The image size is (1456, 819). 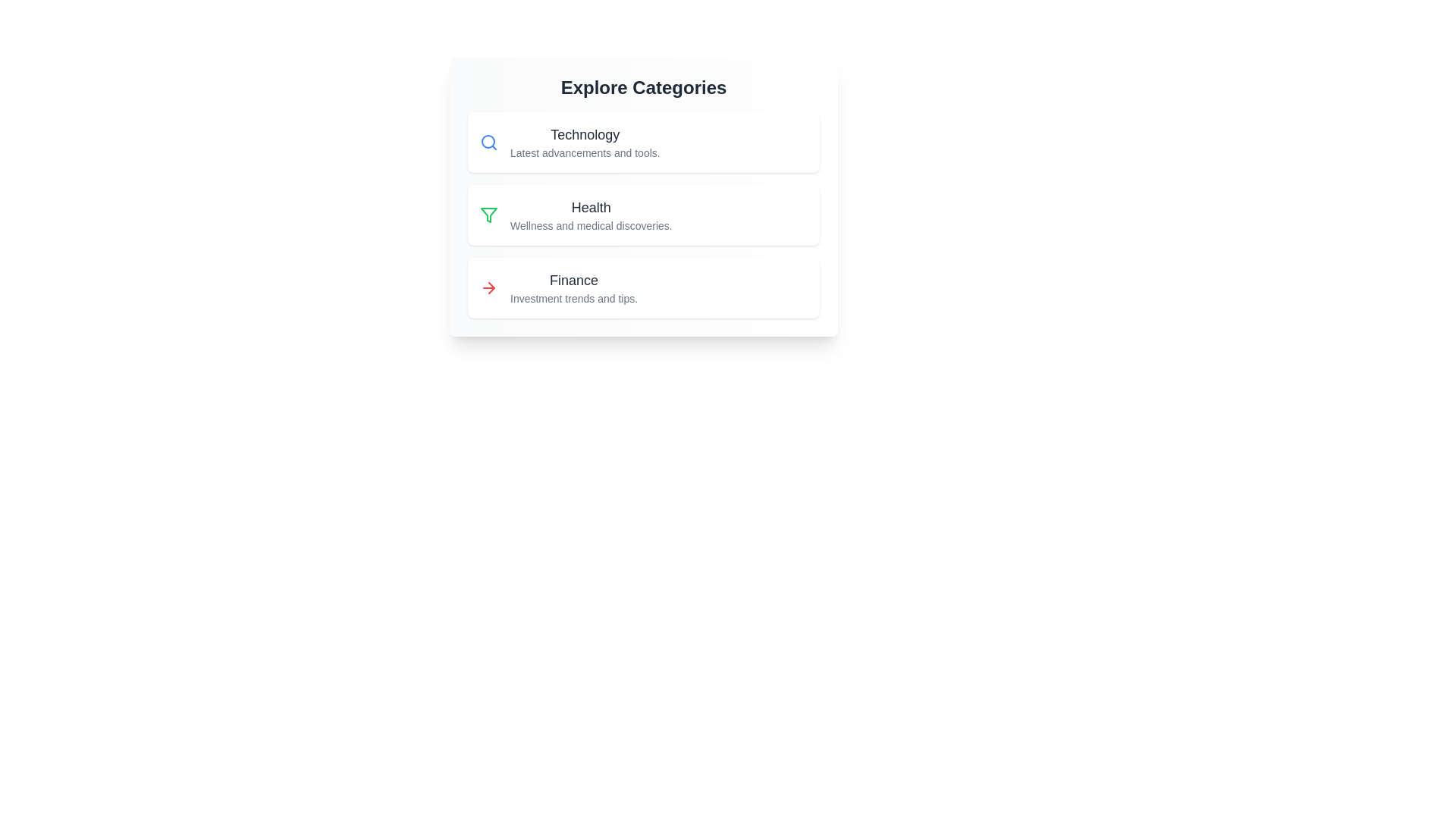 I want to click on the icon associated with the category Technology, so click(x=488, y=143).